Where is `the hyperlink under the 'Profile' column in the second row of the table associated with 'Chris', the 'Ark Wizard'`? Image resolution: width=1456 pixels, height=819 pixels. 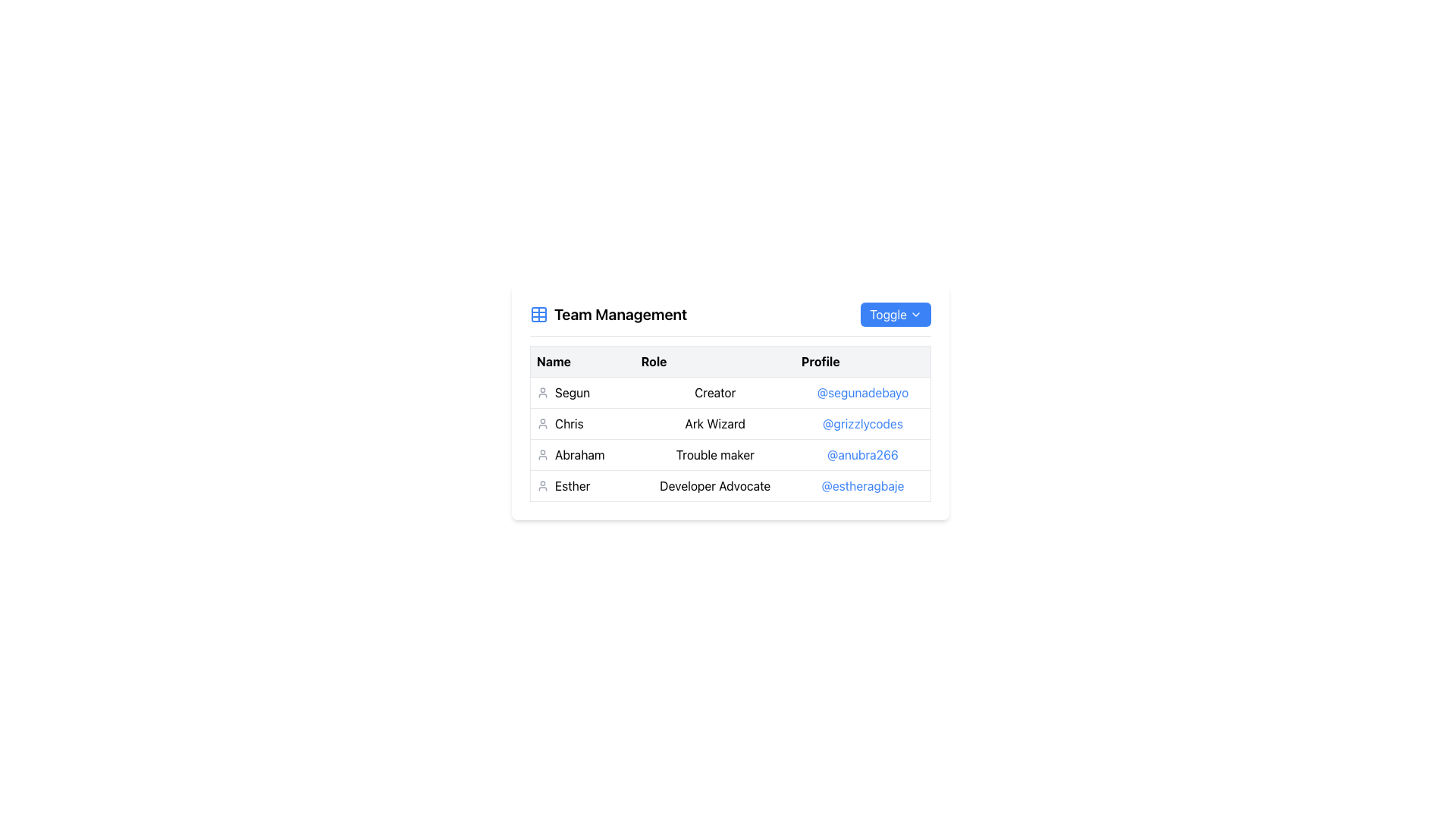 the hyperlink under the 'Profile' column in the second row of the table associated with 'Chris', the 'Ark Wizard' is located at coordinates (862, 424).